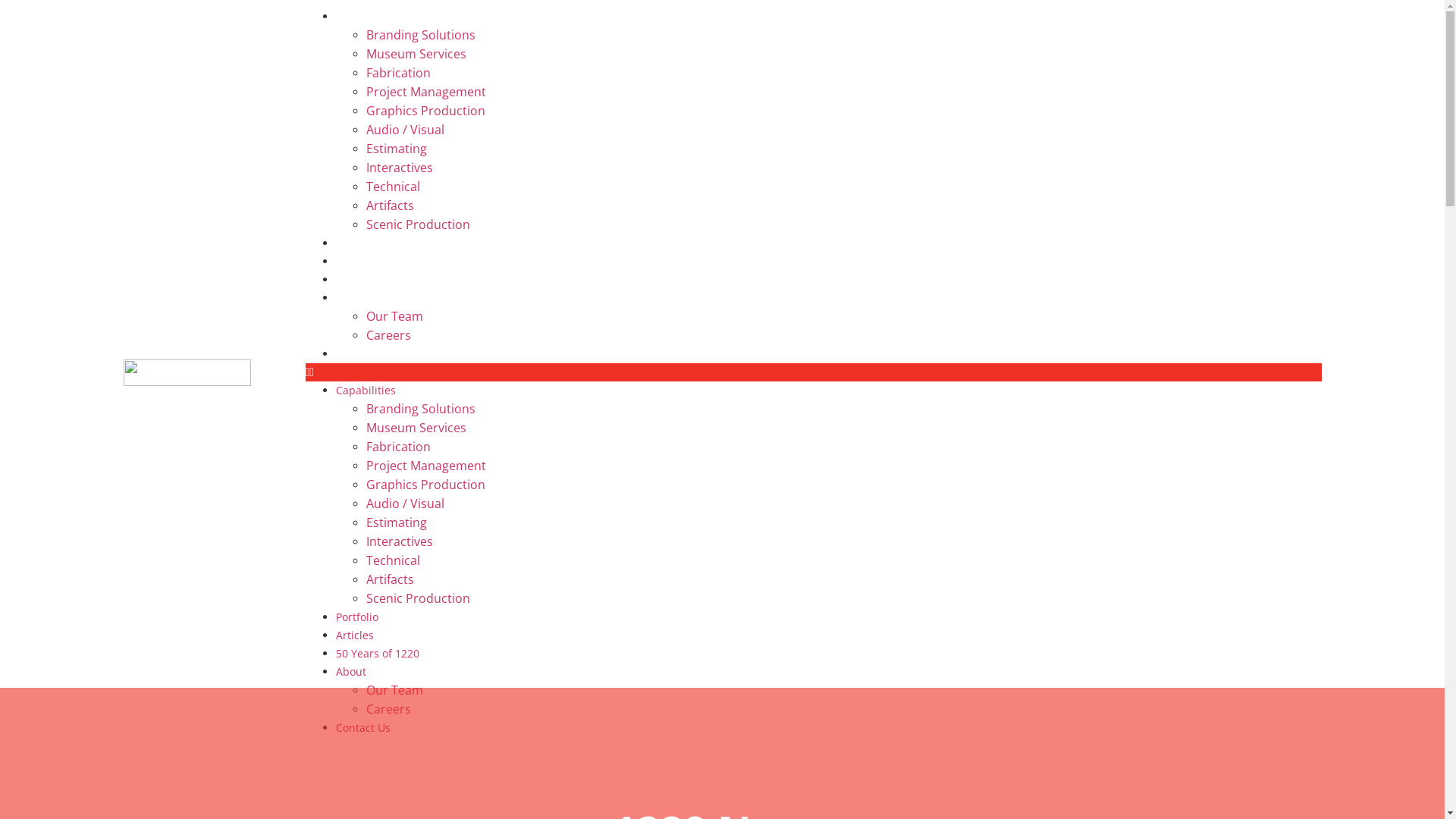 The width and height of the screenshot is (1456, 819). I want to click on 'Fabrication', so click(397, 73).